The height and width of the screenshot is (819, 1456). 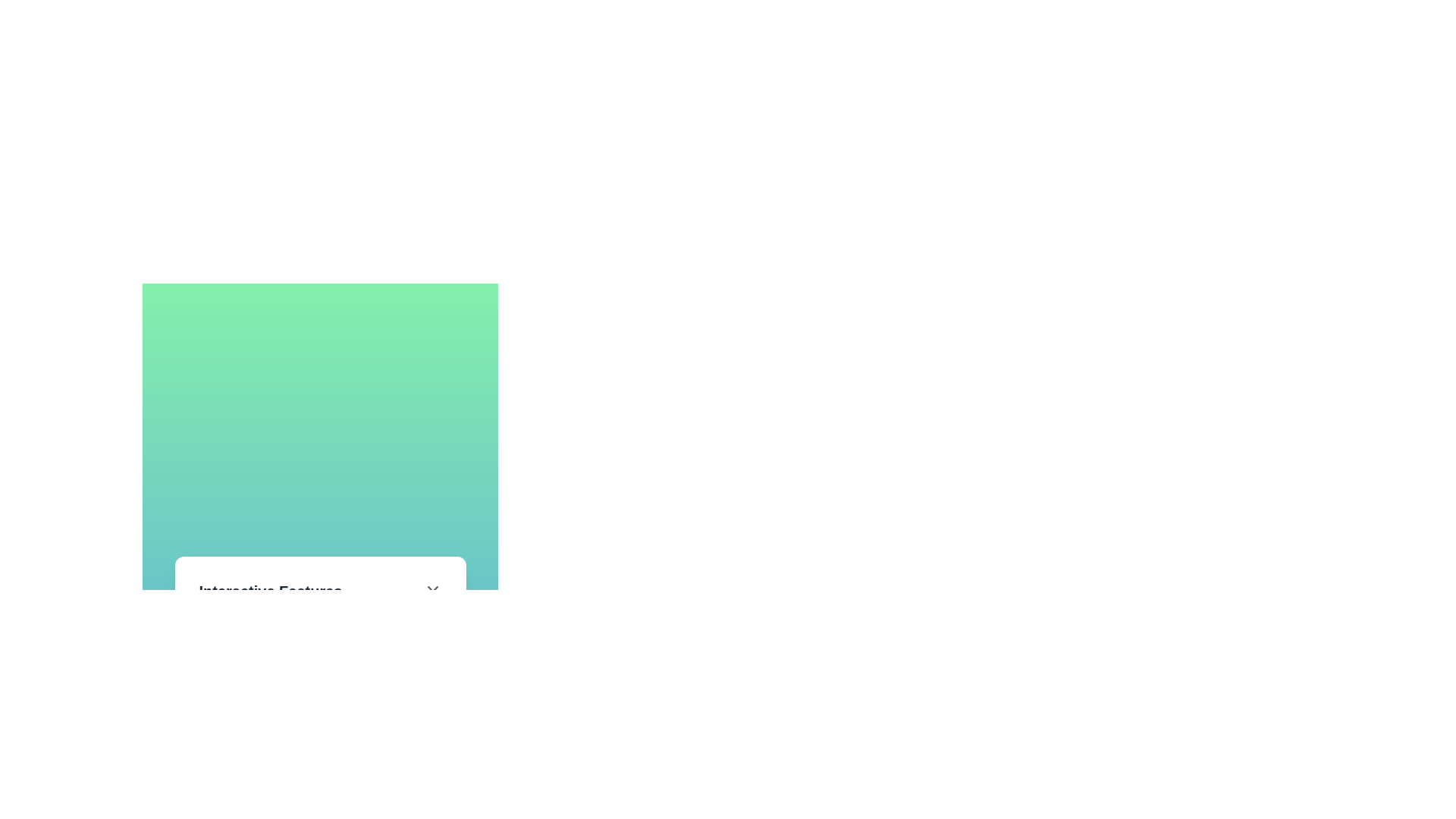 What do you see at coordinates (319, 596) in the screenshot?
I see `the right side icon of the 'Interactive Features' header` at bounding box center [319, 596].